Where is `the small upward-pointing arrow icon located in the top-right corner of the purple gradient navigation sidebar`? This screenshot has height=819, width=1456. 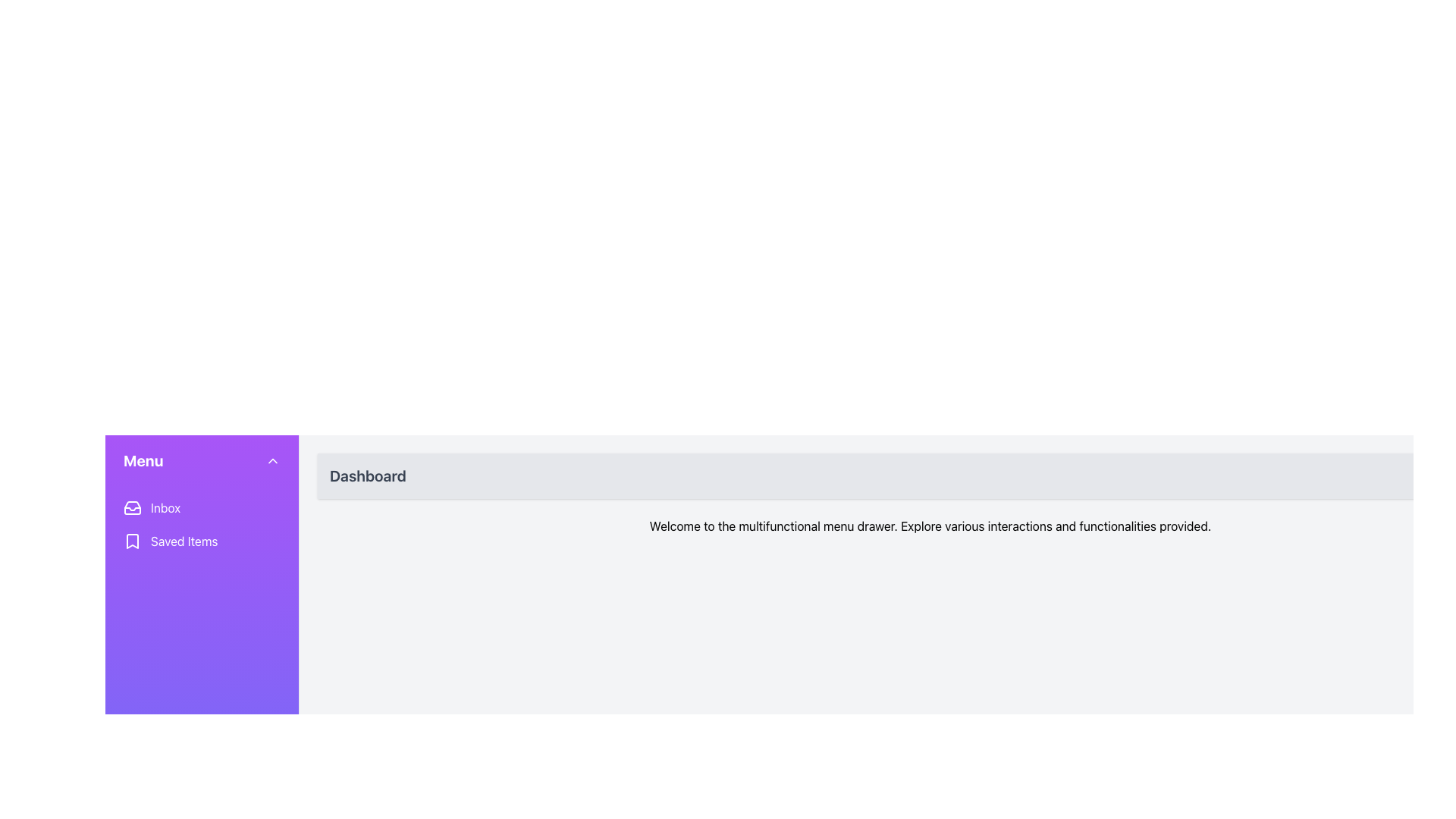
the small upward-pointing arrow icon located in the top-right corner of the purple gradient navigation sidebar is located at coordinates (273, 460).